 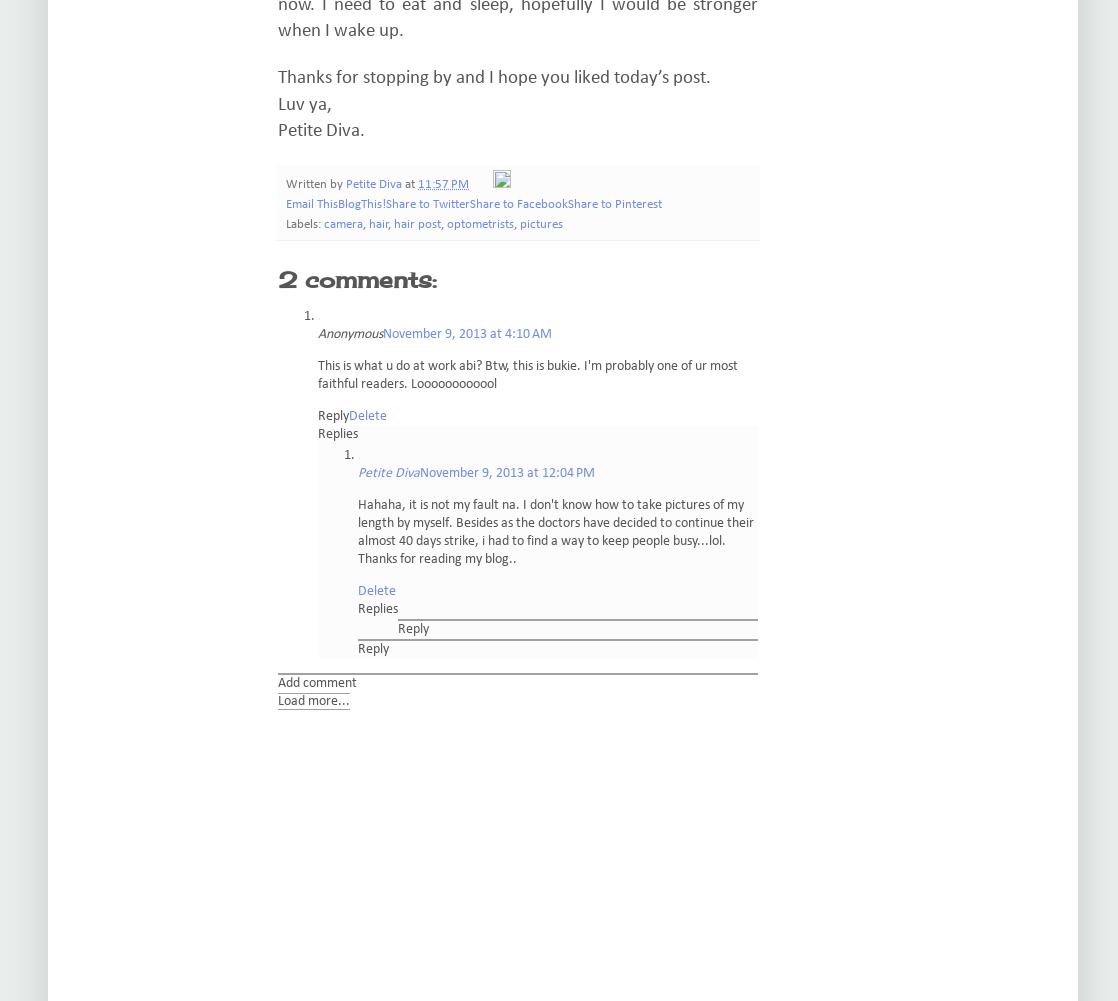 I want to click on 'November 9, 2013 at 4:10 AM', so click(x=466, y=334).